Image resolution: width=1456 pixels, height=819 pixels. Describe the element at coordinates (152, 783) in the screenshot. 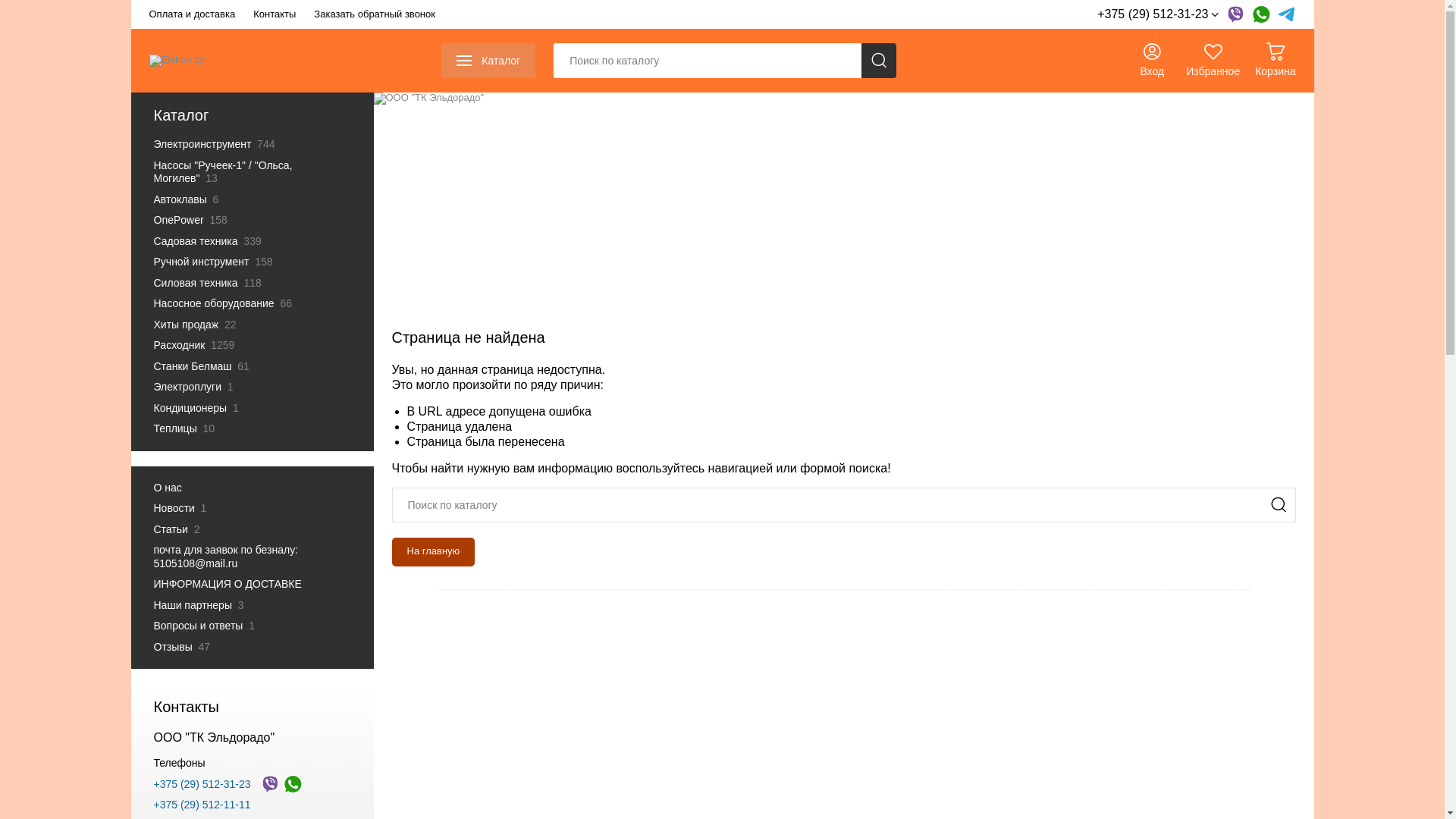

I see `'+375 (29) 512-31-23'` at that location.